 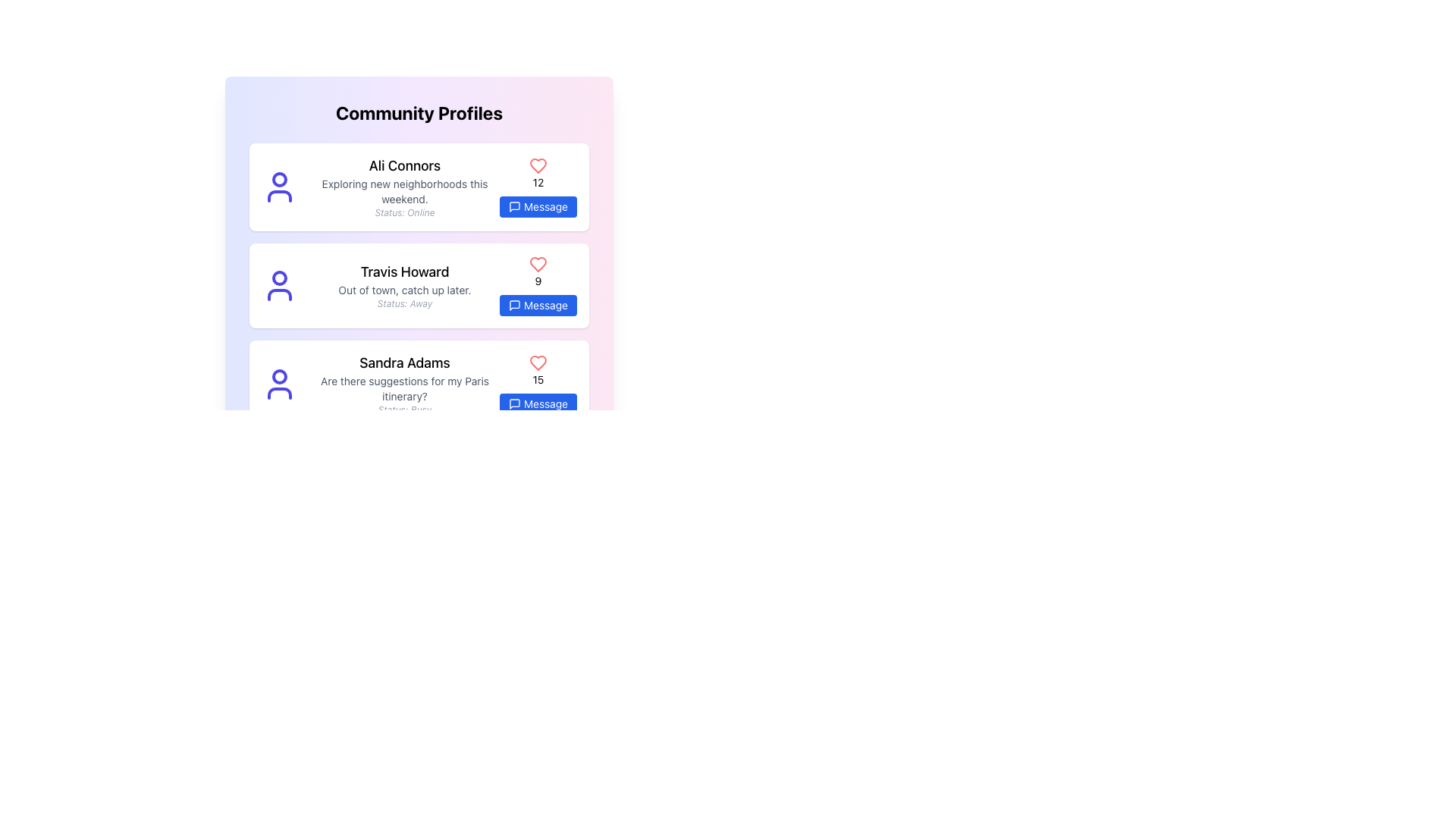 I want to click on the SVG icon that indicates the messaging feature, located to the left within the 'Message' button for the user profile card of 'Ali Connors.', so click(x=515, y=207).